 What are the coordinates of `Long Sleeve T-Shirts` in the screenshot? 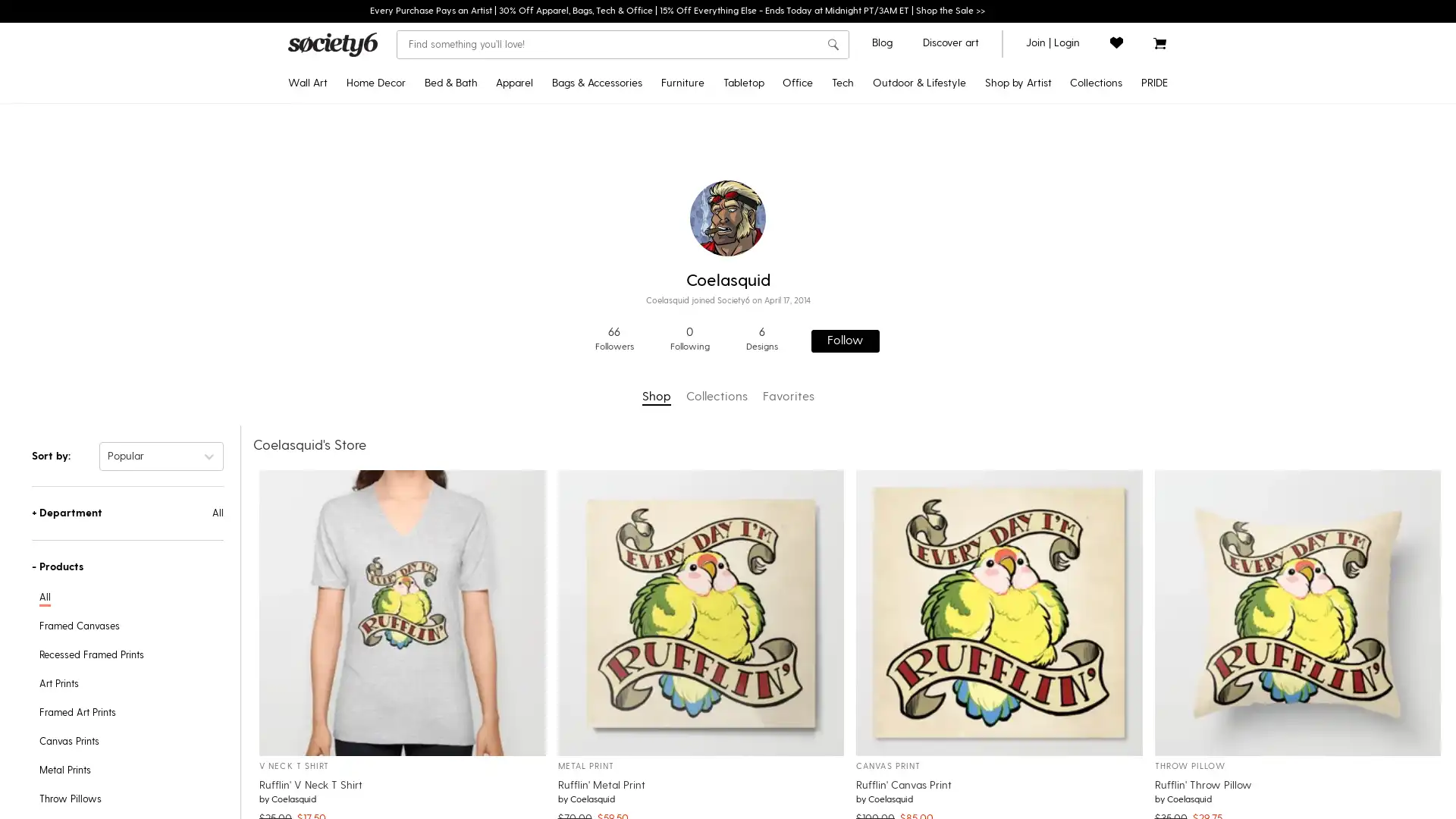 It's located at (562, 194).